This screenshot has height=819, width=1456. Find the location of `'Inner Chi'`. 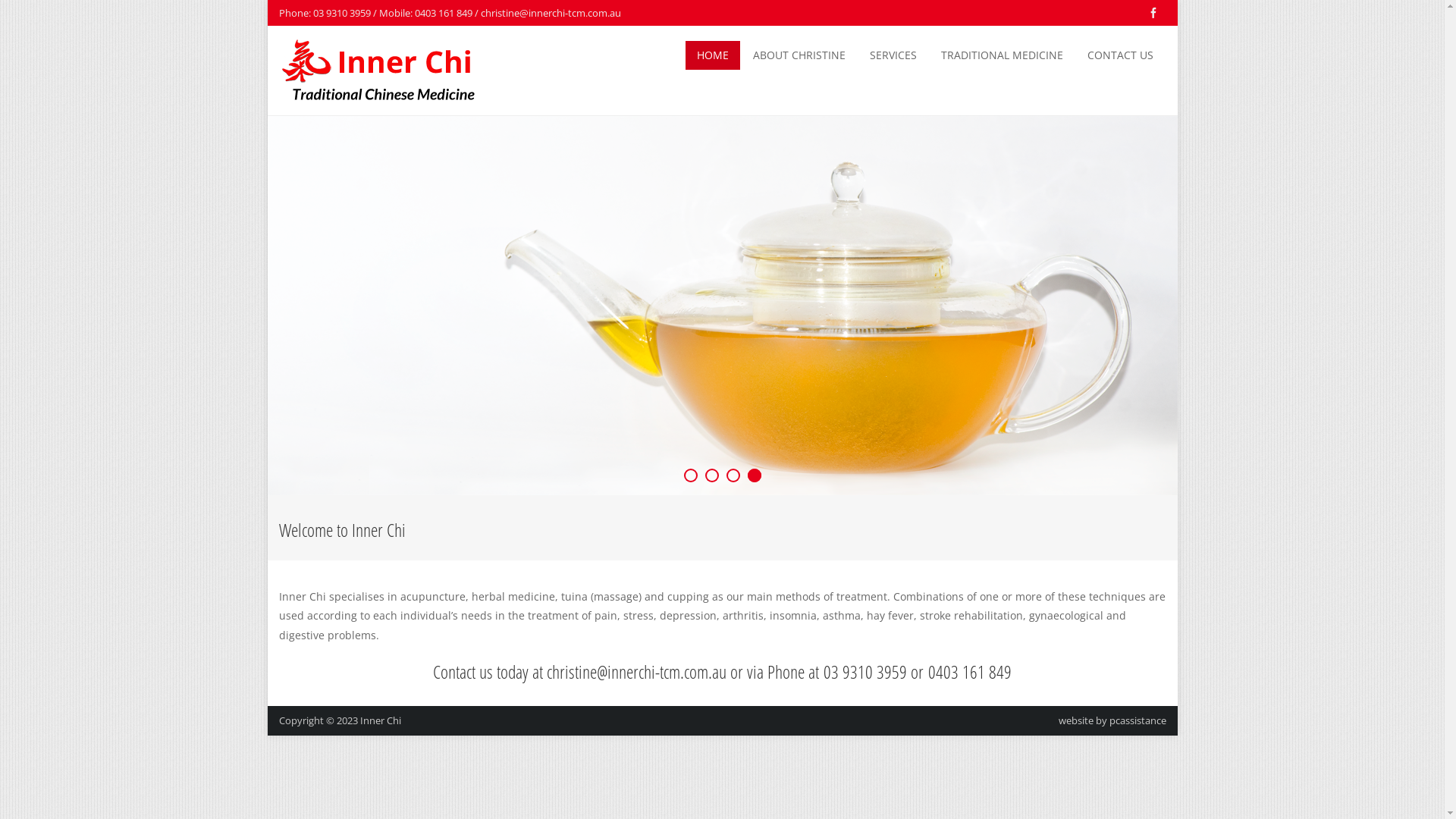

'Inner Chi' is located at coordinates (359, 719).